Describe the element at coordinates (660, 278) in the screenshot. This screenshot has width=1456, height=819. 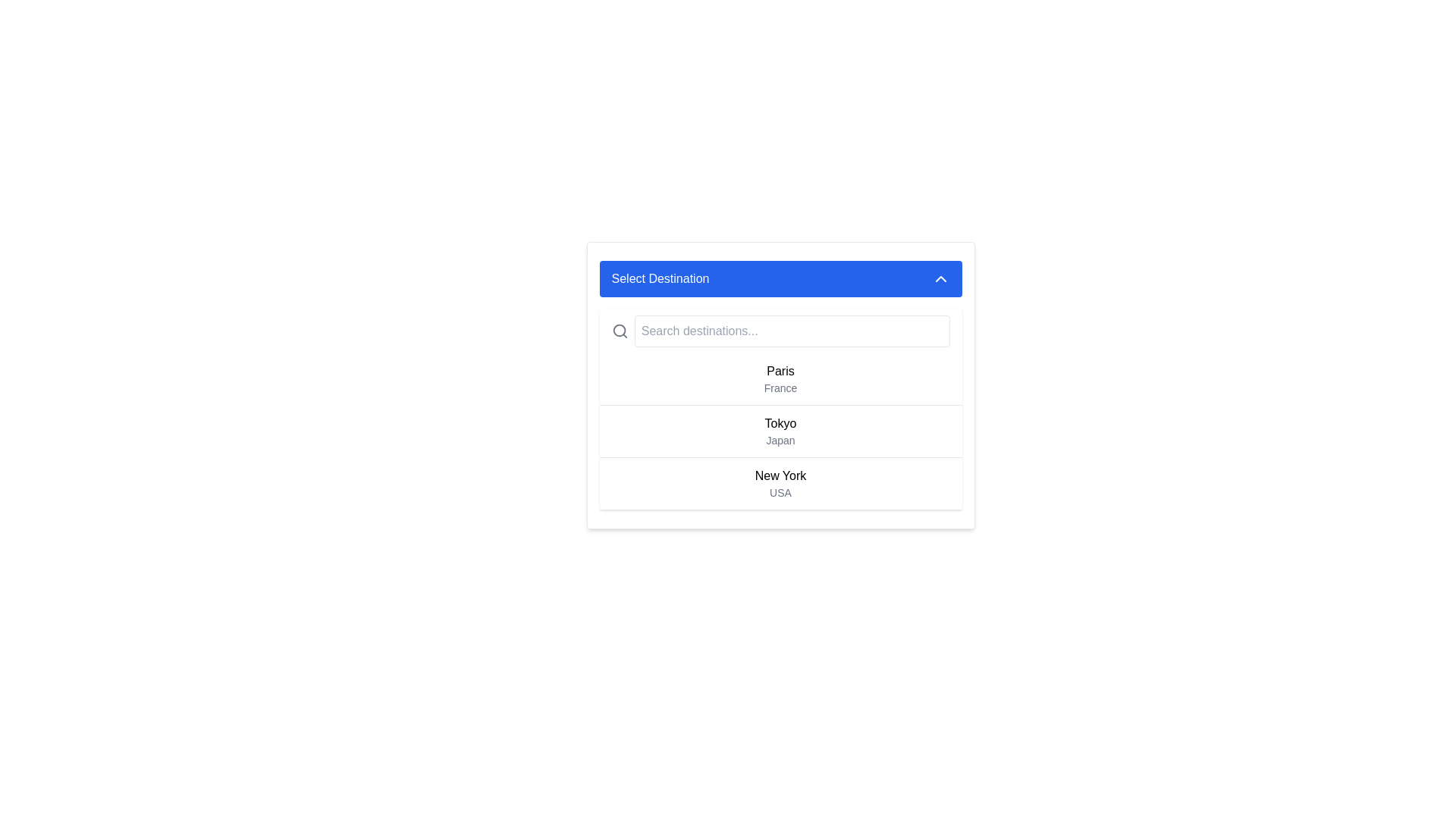
I see `text from the 'Select Destination' label, which is a bright blue rectangular header with white text, located at the top of a drop-down menu` at that location.